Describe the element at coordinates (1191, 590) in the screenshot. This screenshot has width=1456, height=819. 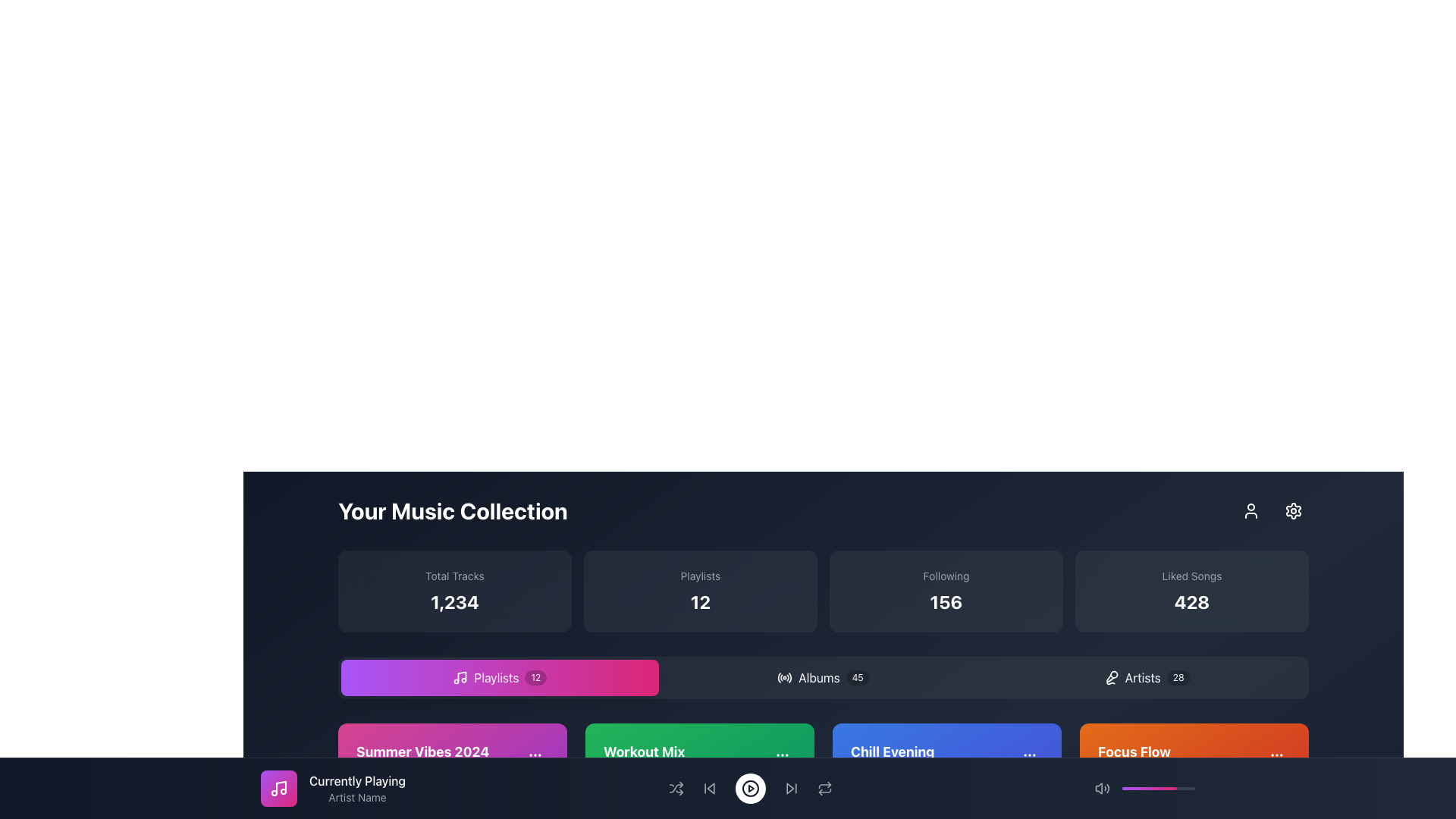
I see `the Informative card displaying the number of liked songs, which is the fourth card aligned horizontally at the far right below 'Your Music Collection'` at that location.